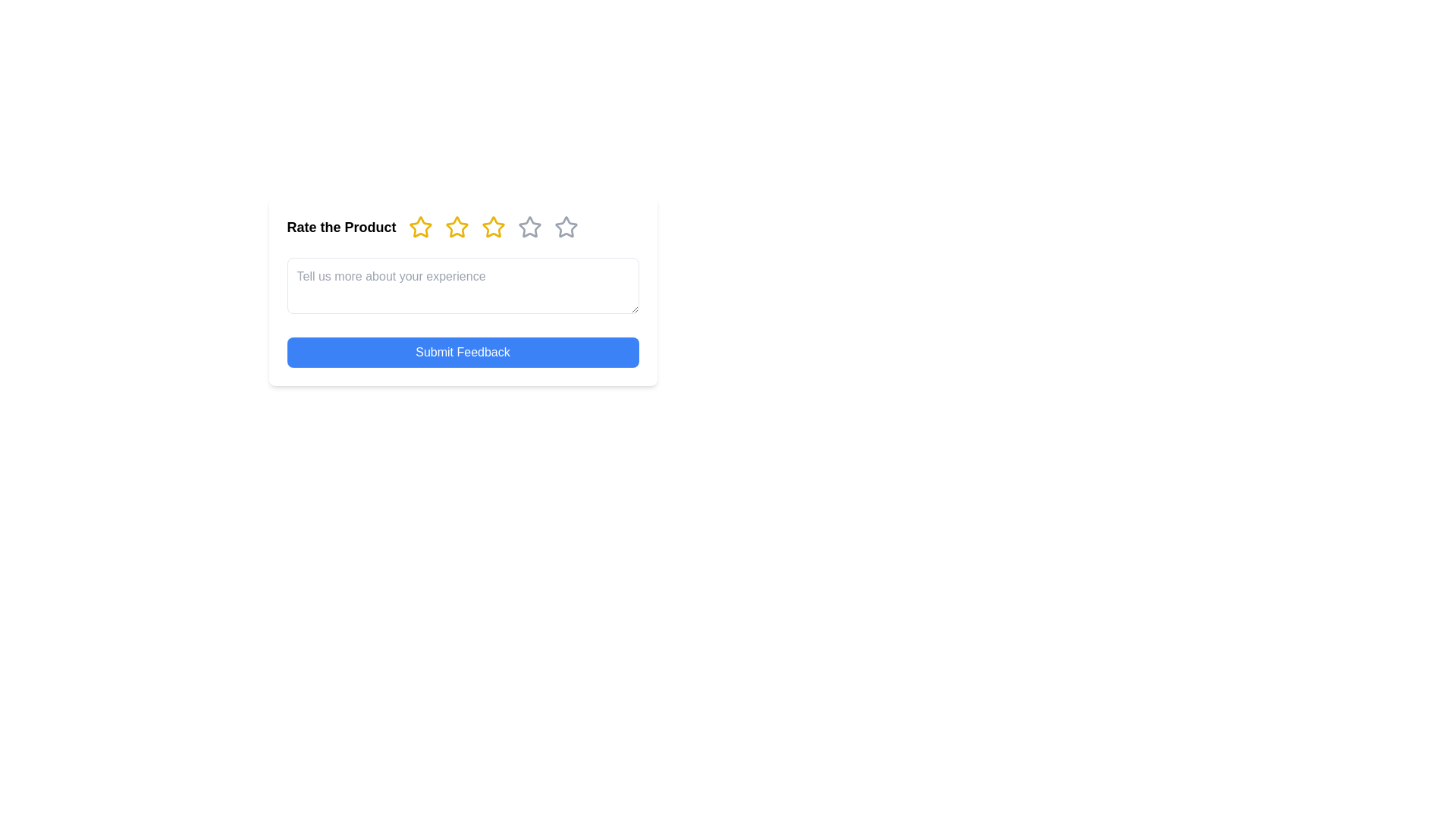 The image size is (1456, 819). What do you see at coordinates (462, 227) in the screenshot?
I see `a star icon in the Rating Widget` at bounding box center [462, 227].